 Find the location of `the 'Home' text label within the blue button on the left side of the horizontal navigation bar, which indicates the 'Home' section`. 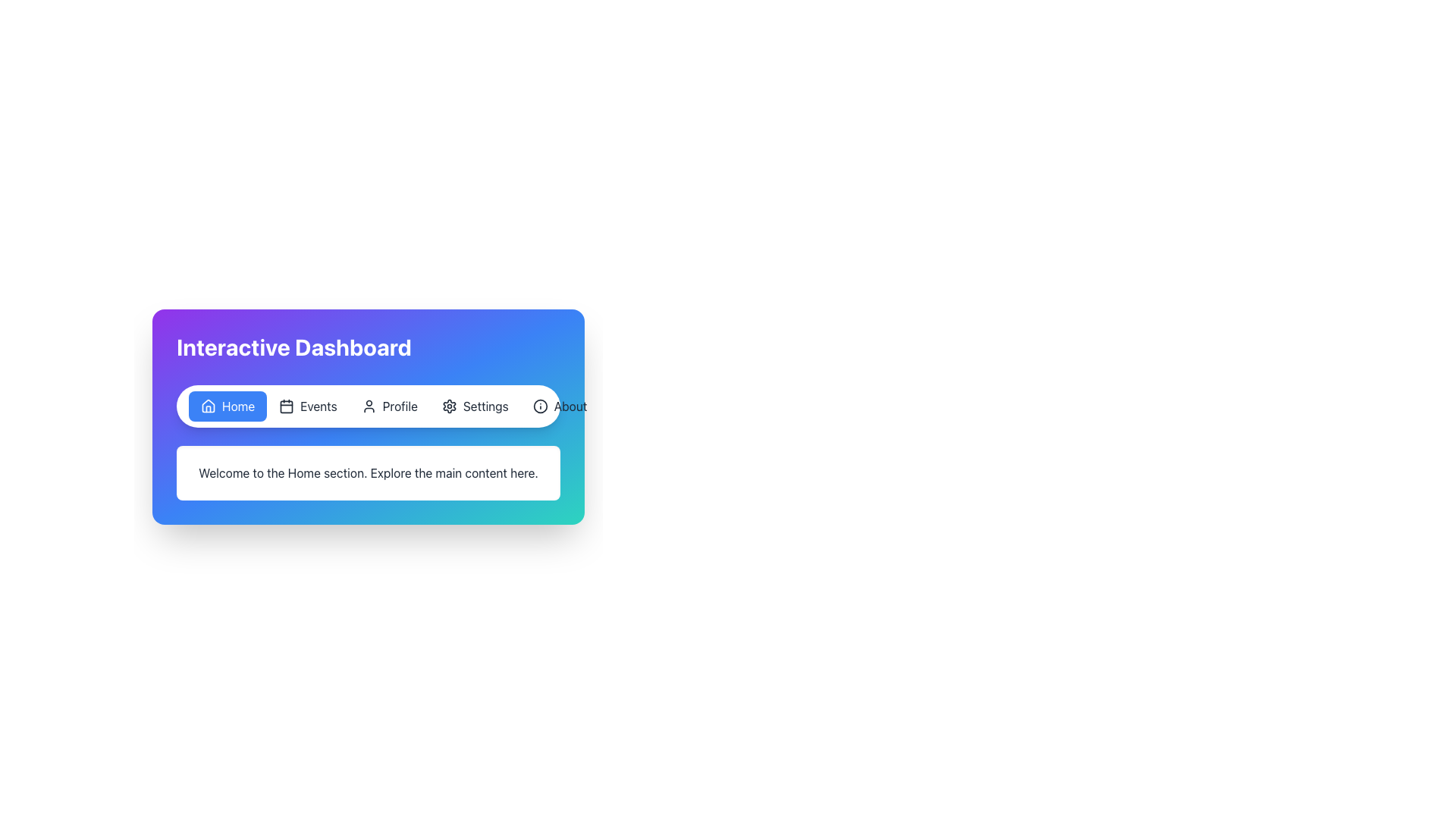

the 'Home' text label within the blue button on the left side of the horizontal navigation bar, which indicates the 'Home' section is located at coordinates (237, 406).